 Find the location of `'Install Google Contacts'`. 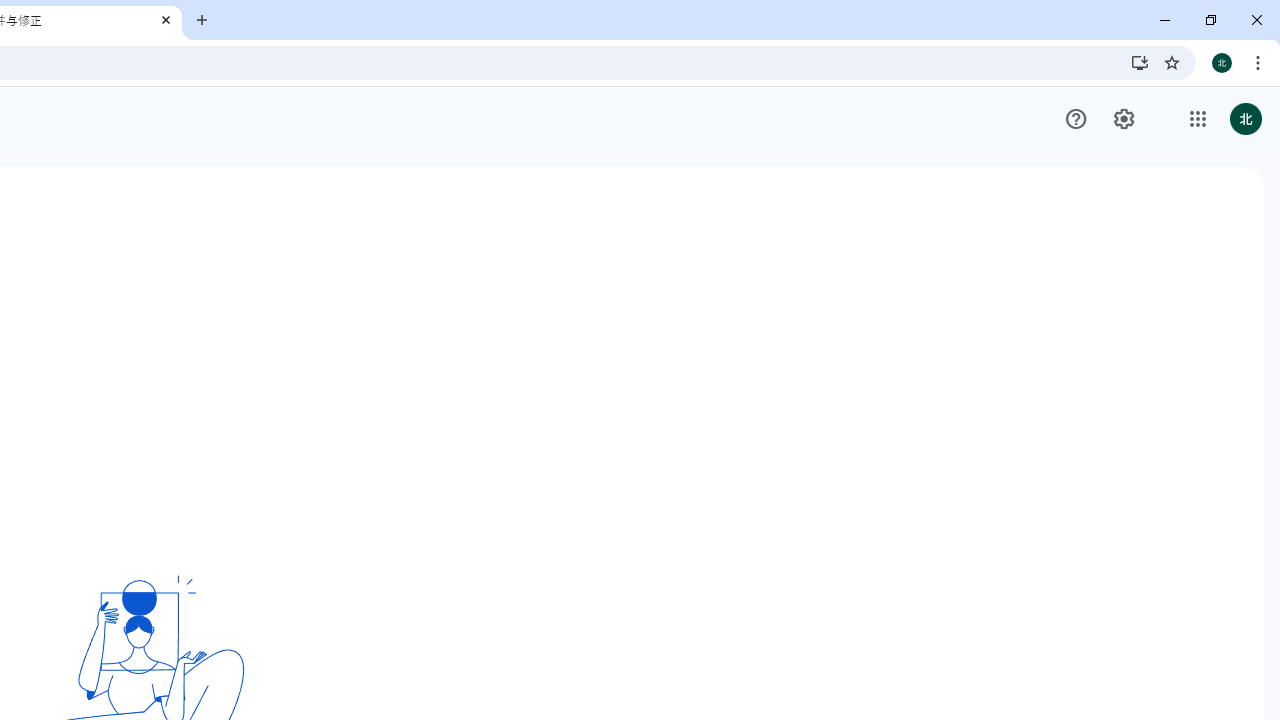

'Install Google Contacts' is located at coordinates (1139, 61).